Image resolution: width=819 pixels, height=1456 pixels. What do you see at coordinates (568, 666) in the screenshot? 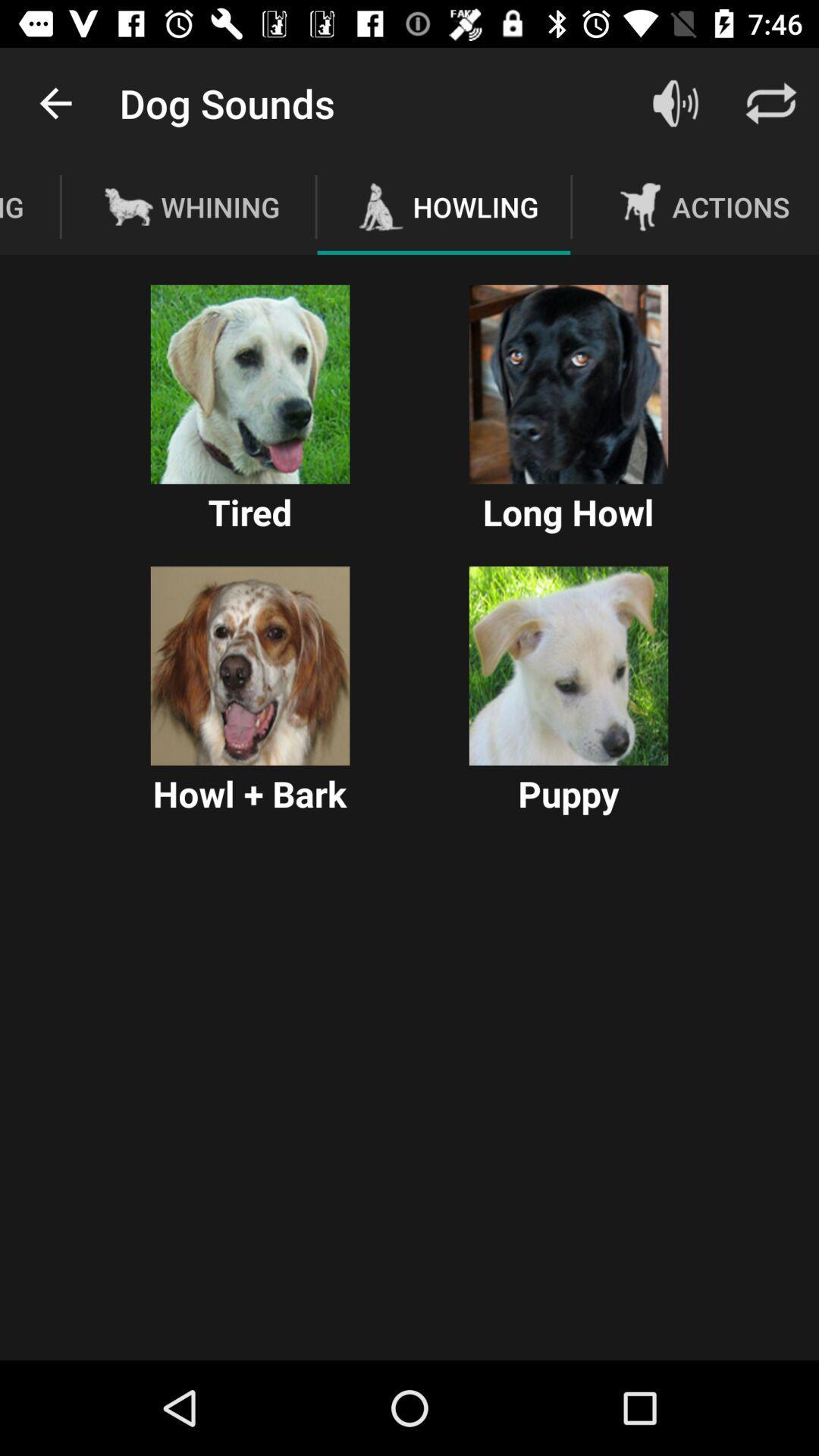
I see `choose puppy howling audio` at bounding box center [568, 666].